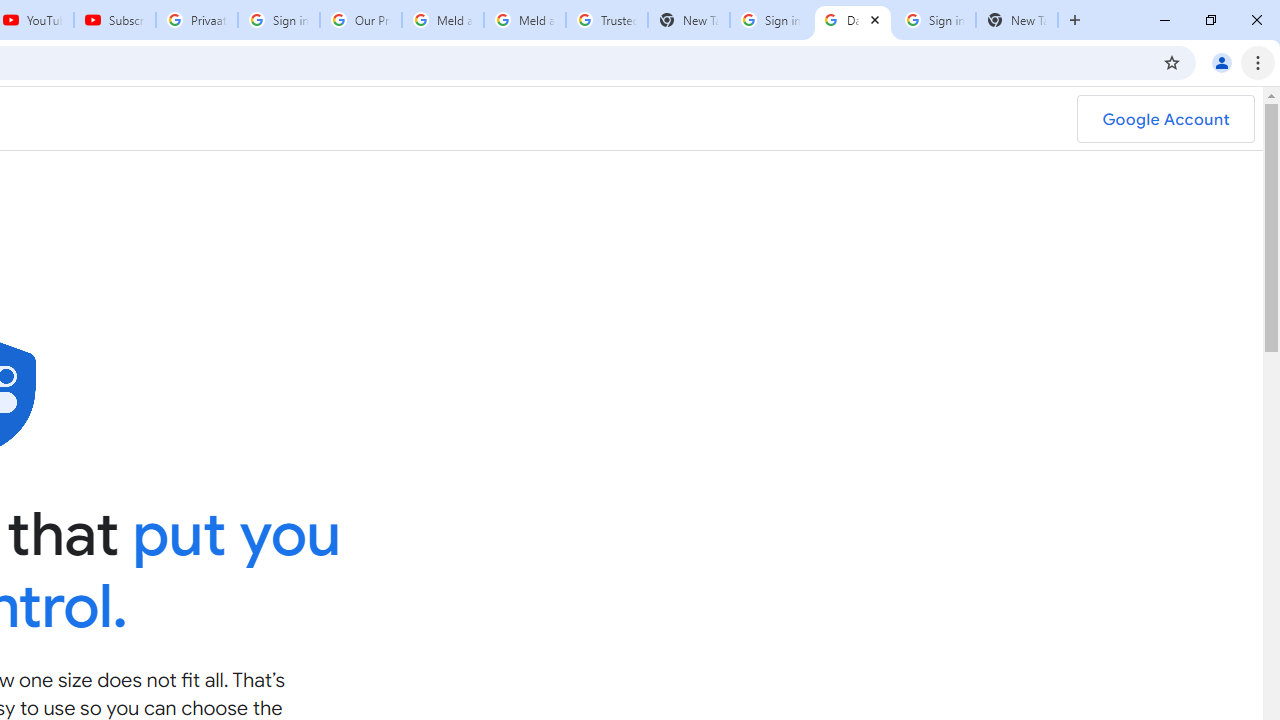 This screenshot has width=1280, height=720. Describe the element at coordinates (1165, 119) in the screenshot. I see `'Google Account'` at that location.